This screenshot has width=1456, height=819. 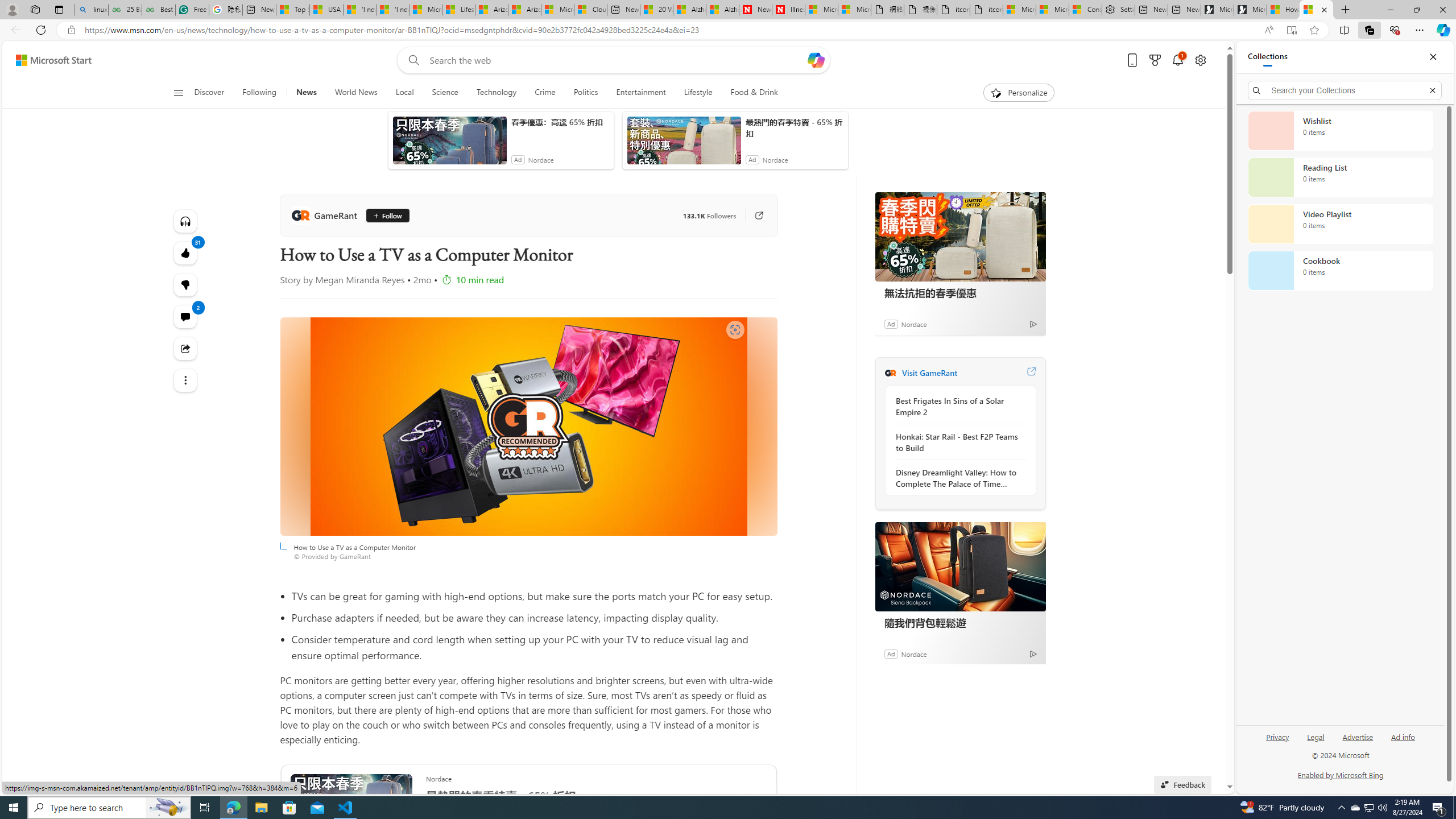 I want to click on 'Wishlist collection, 0 items', so click(x=1340, y=130).